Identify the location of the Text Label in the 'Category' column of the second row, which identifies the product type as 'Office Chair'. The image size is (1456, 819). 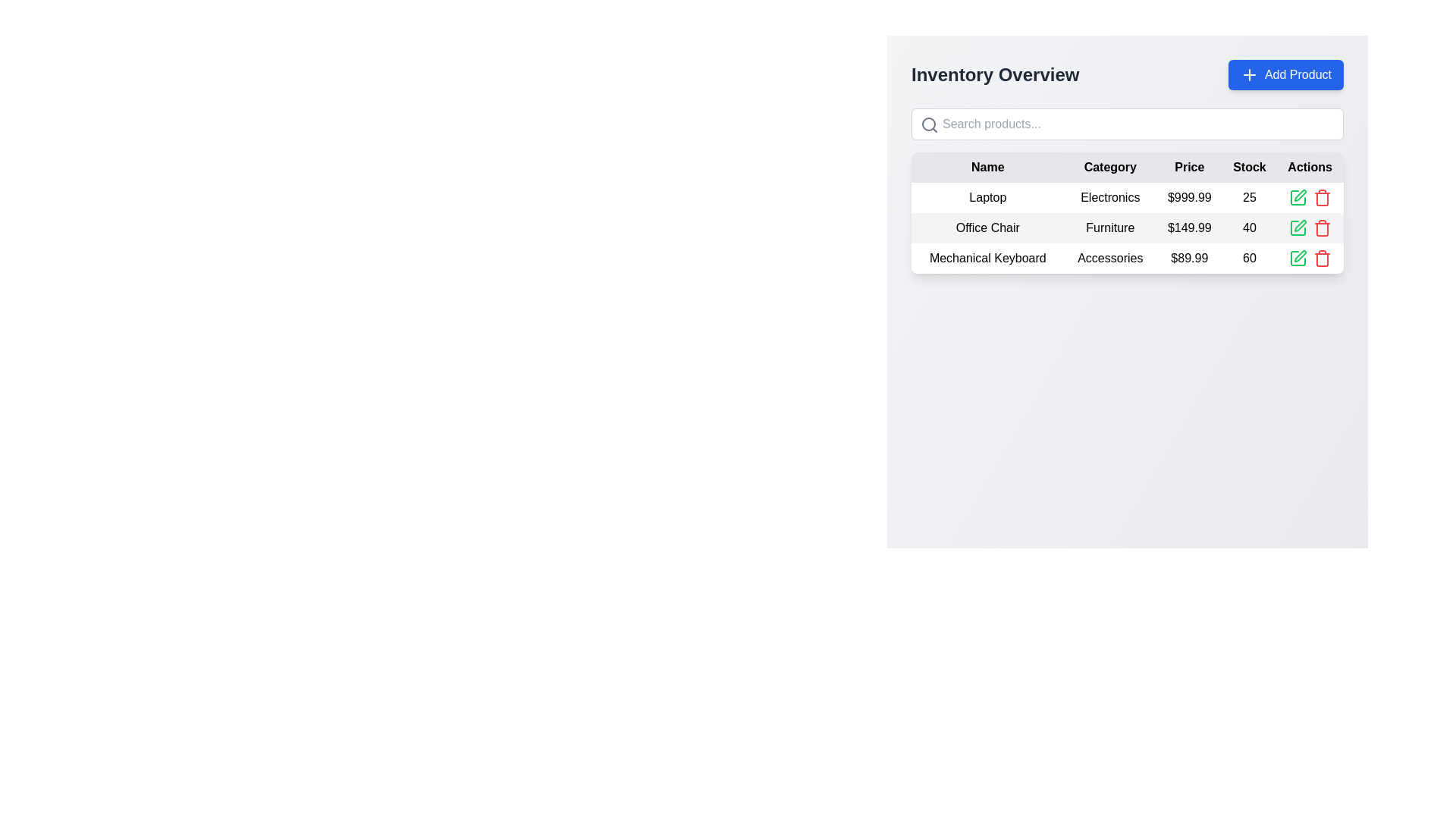
(1110, 227).